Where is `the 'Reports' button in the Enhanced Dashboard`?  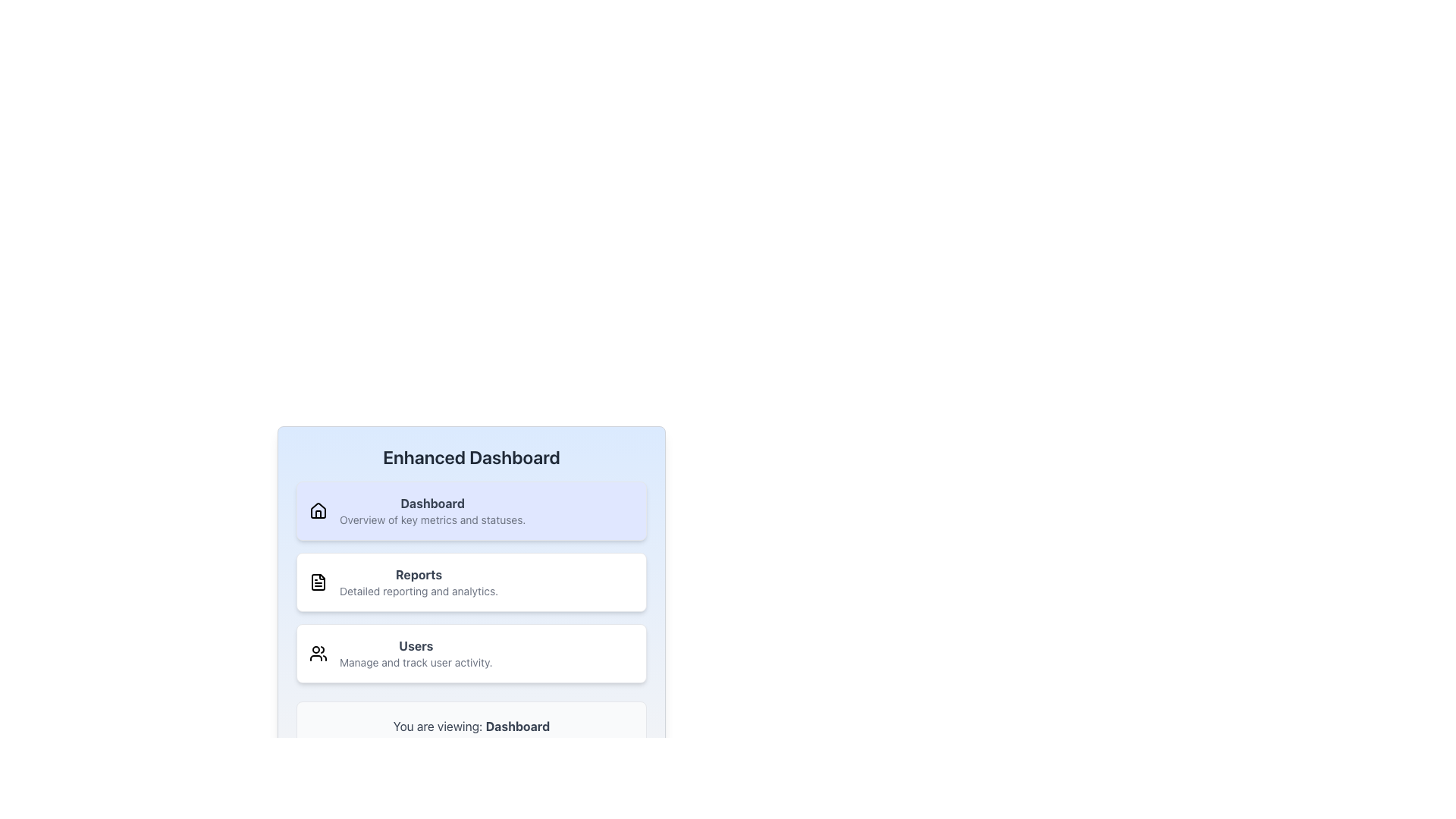
the 'Reports' button in the Enhanced Dashboard is located at coordinates (471, 598).